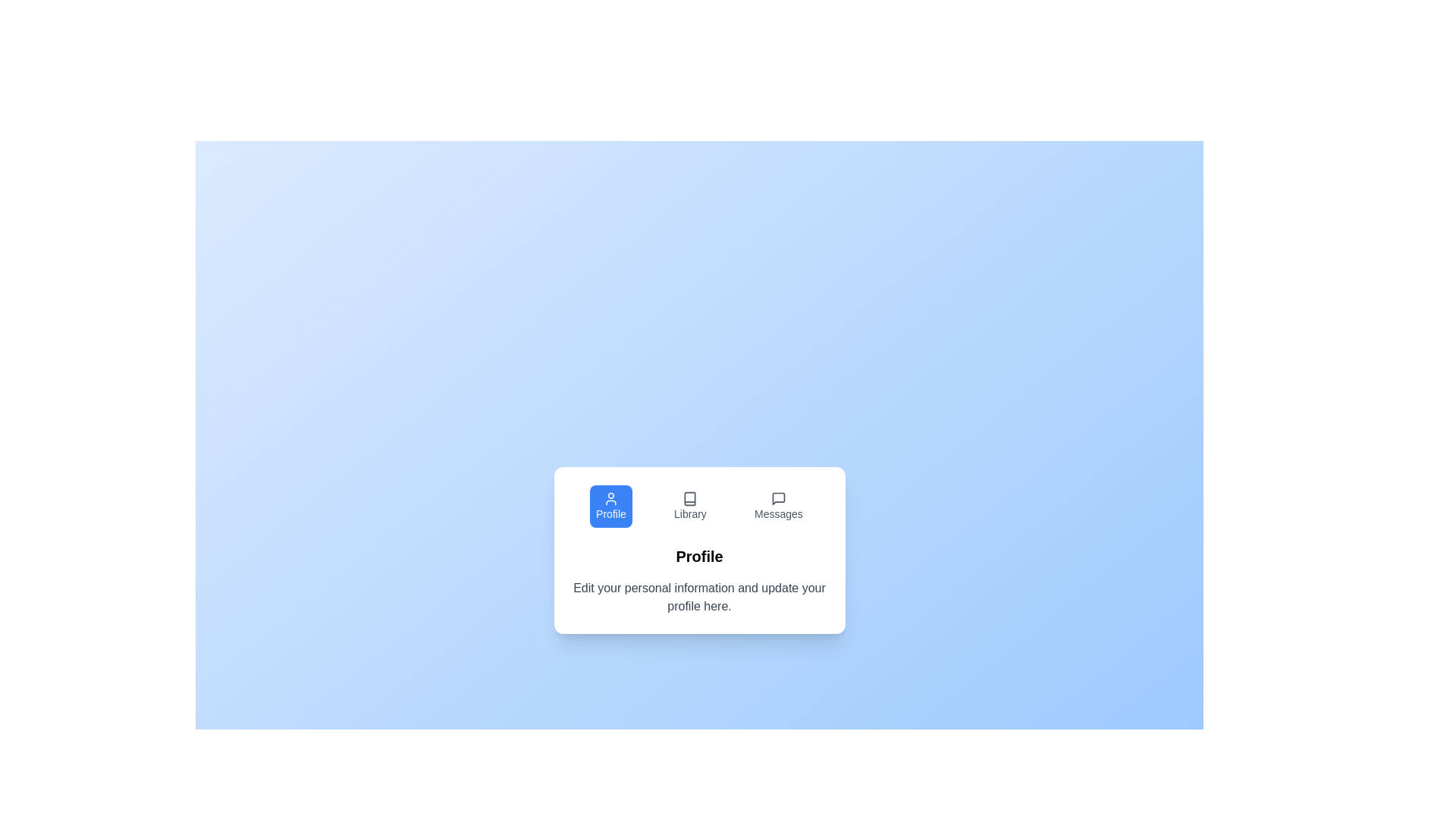 This screenshot has width=1456, height=819. Describe the element at coordinates (779, 506) in the screenshot. I see `the tab labeled Messages to inspect its icon` at that location.